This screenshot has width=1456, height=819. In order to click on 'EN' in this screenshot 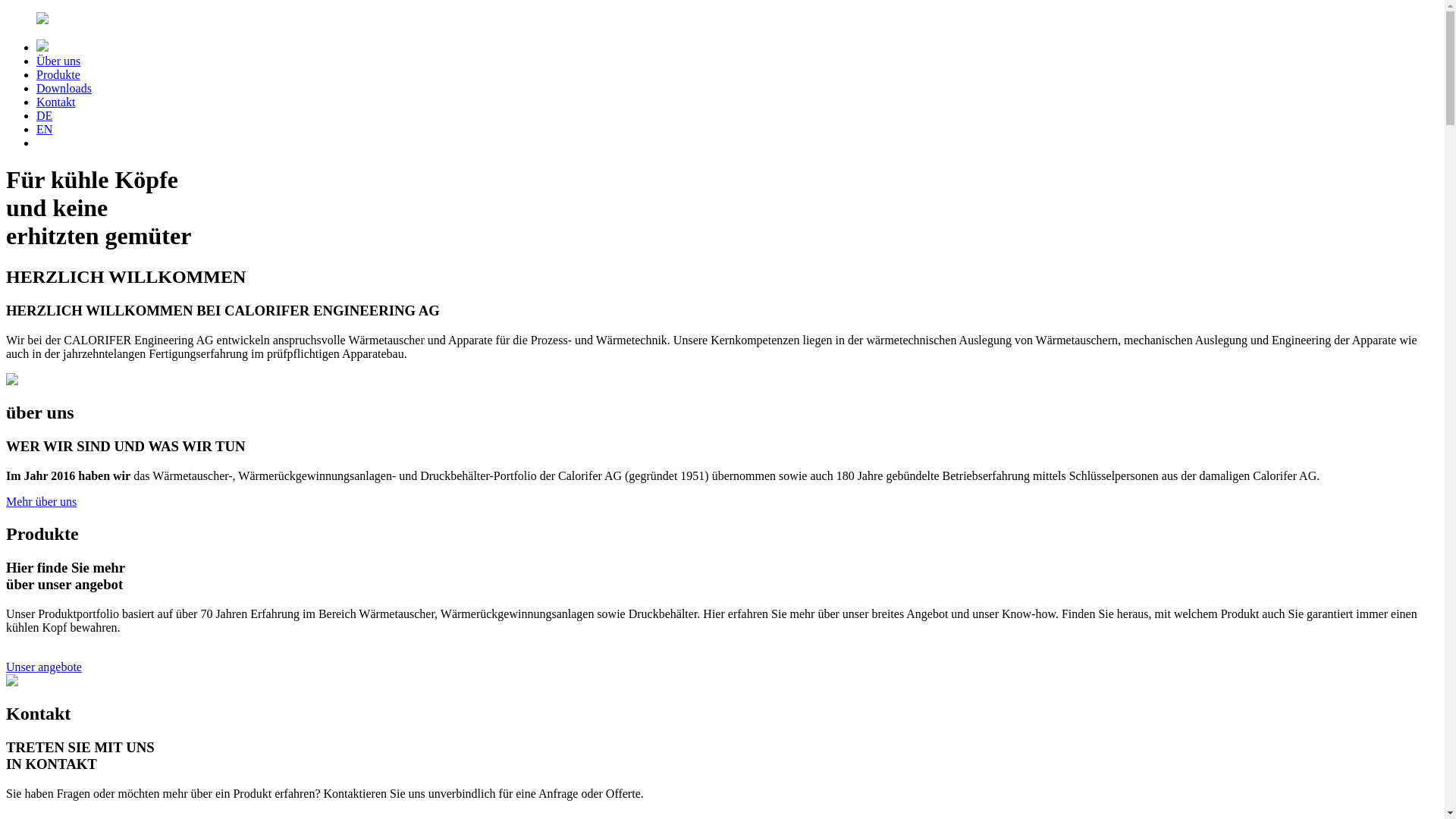, I will do `click(44, 128)`.